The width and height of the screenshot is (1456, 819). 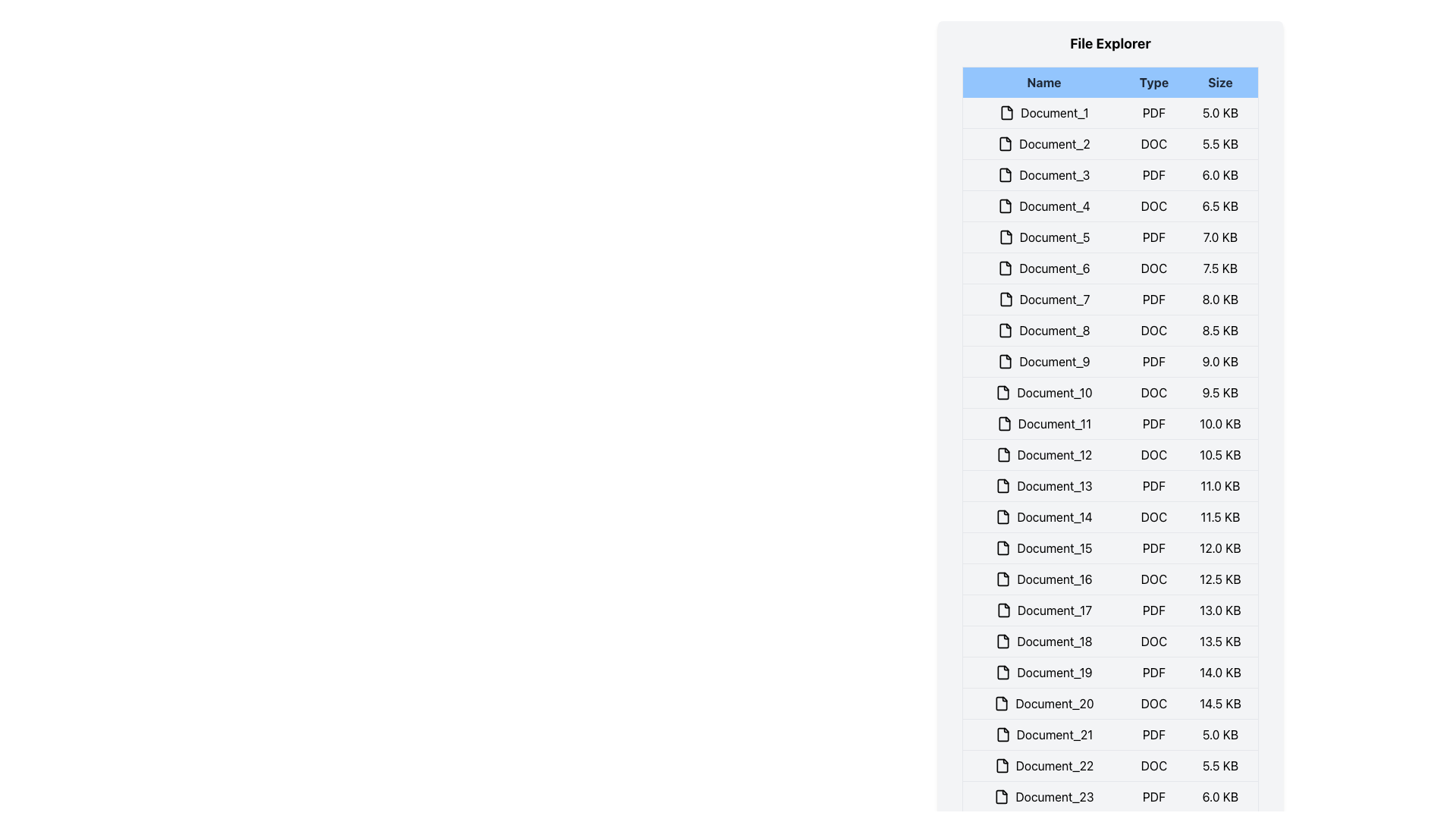 What do you see at coordinates (1110, 268) in the screenshot?
I see `to select the list item displaying the document name 'Document_6', file type 'DOC', and size '7.5 KB' in the file explorer interface` at bounding box center [1110, 268].